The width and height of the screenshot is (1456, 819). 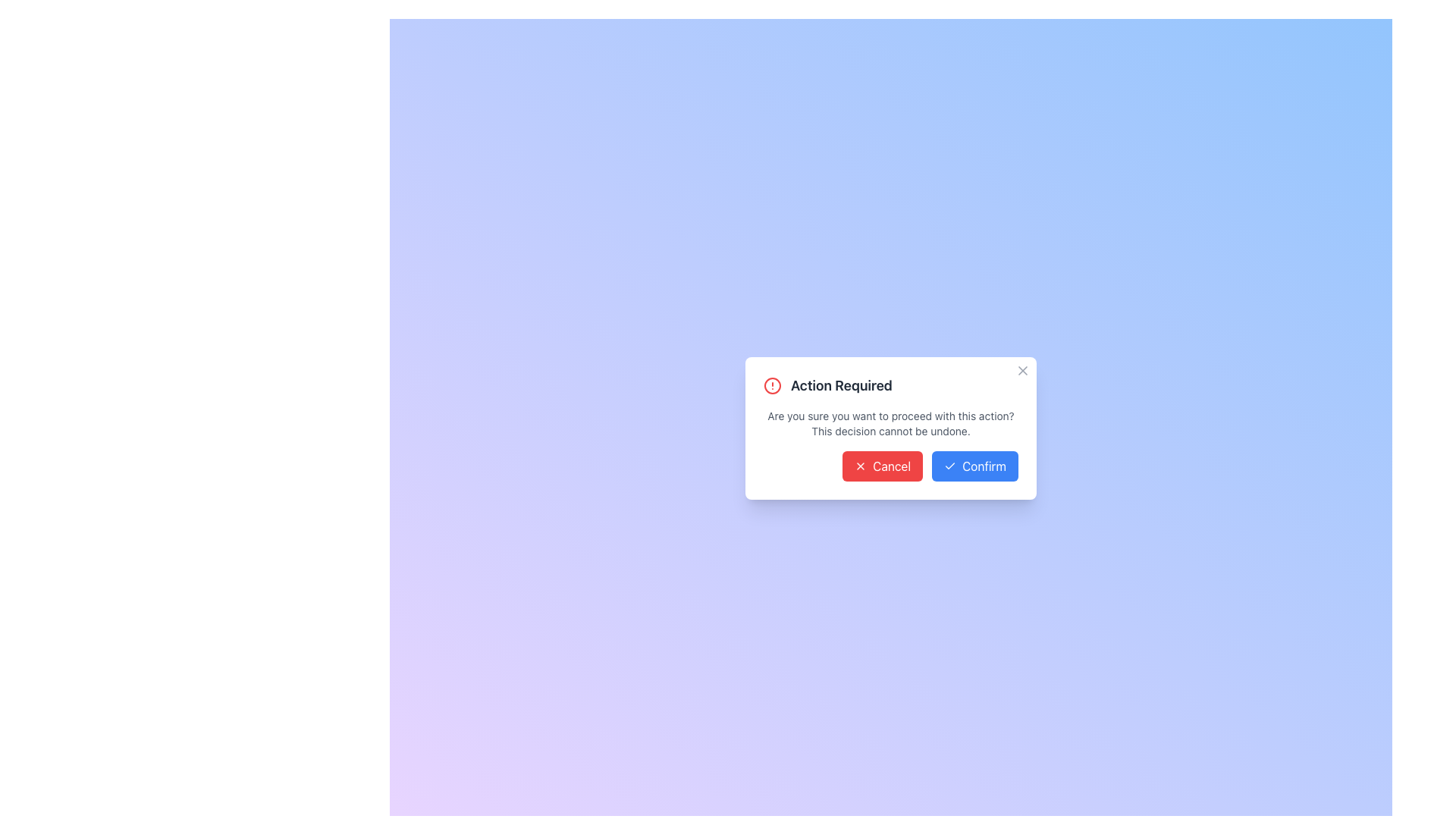 What do you see at coordinates (949, 465) in the screenshot?
I see `the Checkmark Icon located within the blue 'Confirm' button, which is positioned below the 'Action Required' dialog box` at bounding box center [949, 465].